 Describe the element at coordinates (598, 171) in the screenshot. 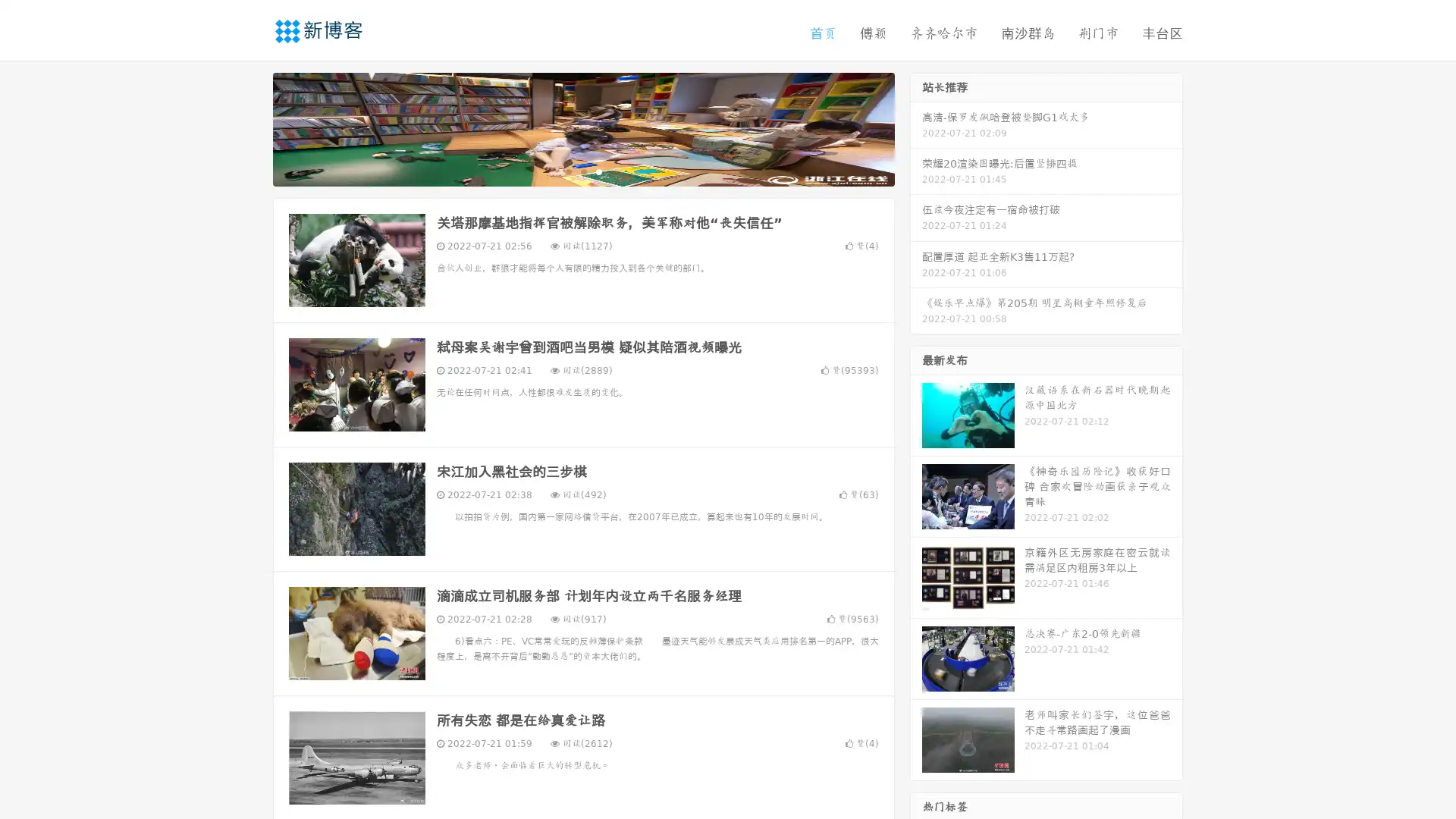

I see `Go to slide 3` at that location.